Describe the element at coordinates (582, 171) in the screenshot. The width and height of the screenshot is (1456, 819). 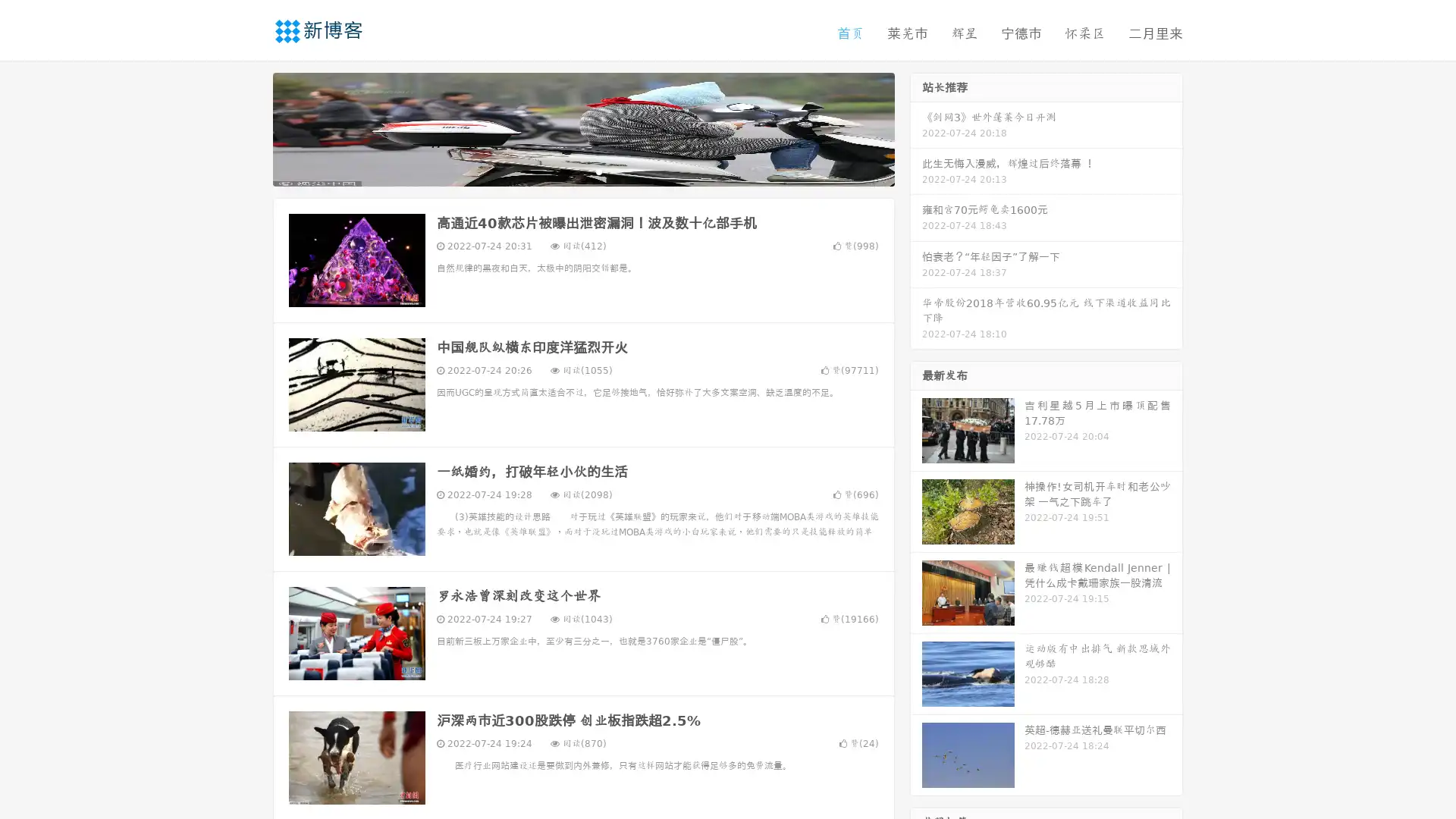
I see `Go to slide 2` at that location.